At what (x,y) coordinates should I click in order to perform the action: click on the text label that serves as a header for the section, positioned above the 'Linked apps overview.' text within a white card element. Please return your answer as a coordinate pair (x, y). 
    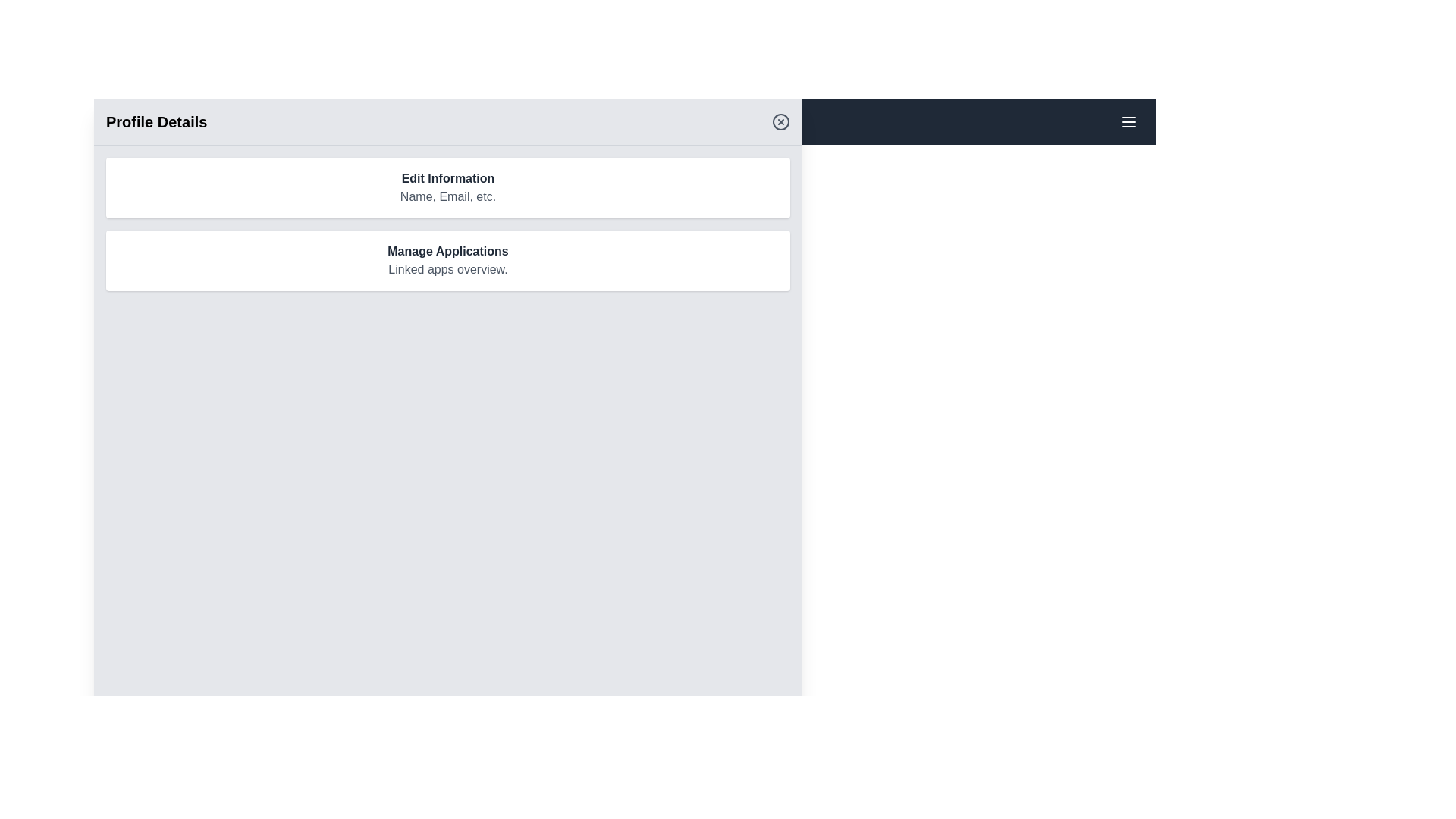
    Looking at the image, I should click on (447, 250).